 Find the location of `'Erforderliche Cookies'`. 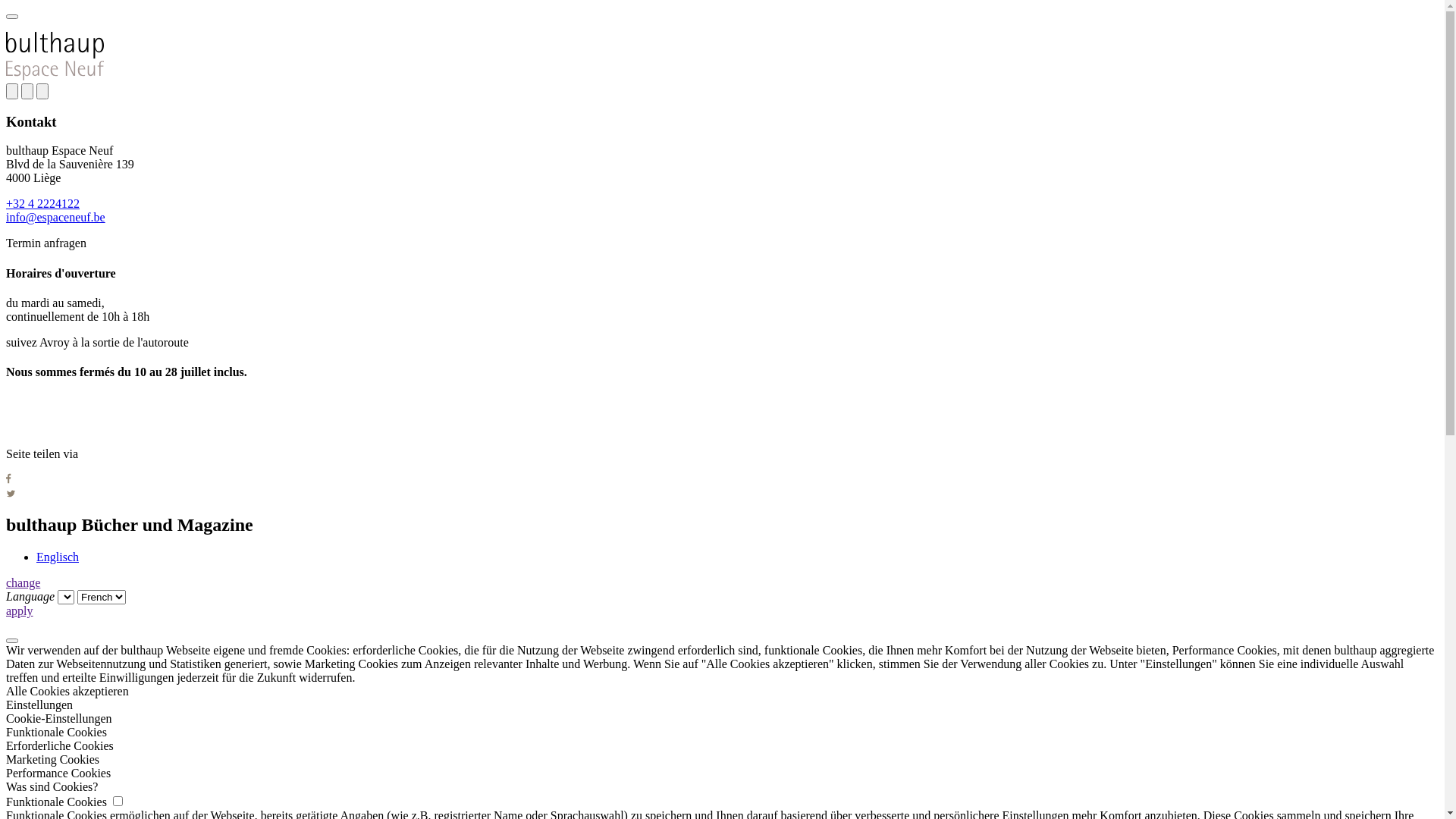

'Erforderliche Cookies' is located at coordinates (721, 745).